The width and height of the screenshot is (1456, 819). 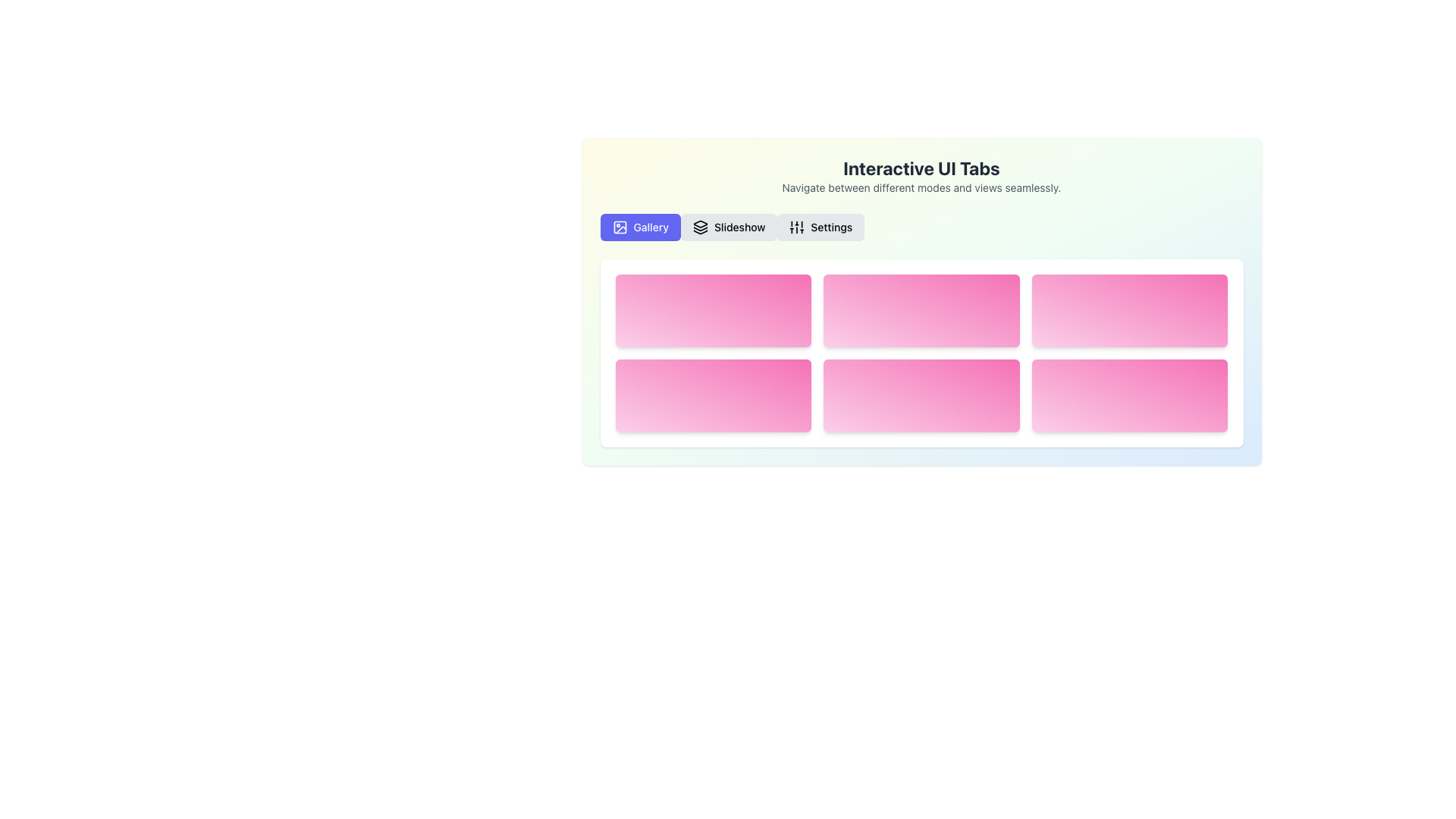 What do you see at coordinates (1130, 394) in the screenshot?
I see `the Decorative Content Block located in the bottom-right corner of the grid, which is the sixth block in a two-row, three-column arrangement` at bounding box center [1130, 394].